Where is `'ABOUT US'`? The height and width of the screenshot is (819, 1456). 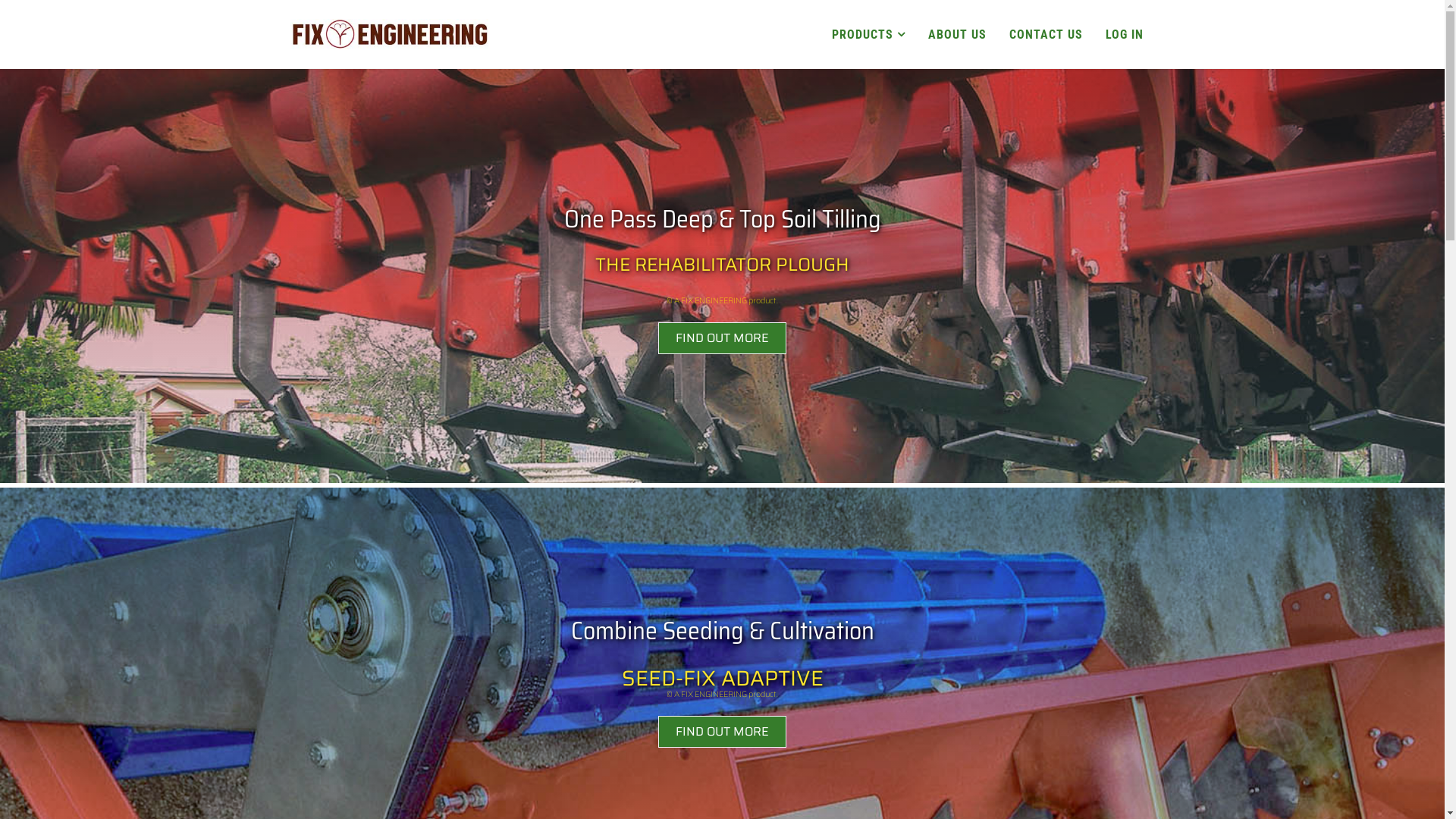 'ABOUT US' is located at coordinates (955, 34).